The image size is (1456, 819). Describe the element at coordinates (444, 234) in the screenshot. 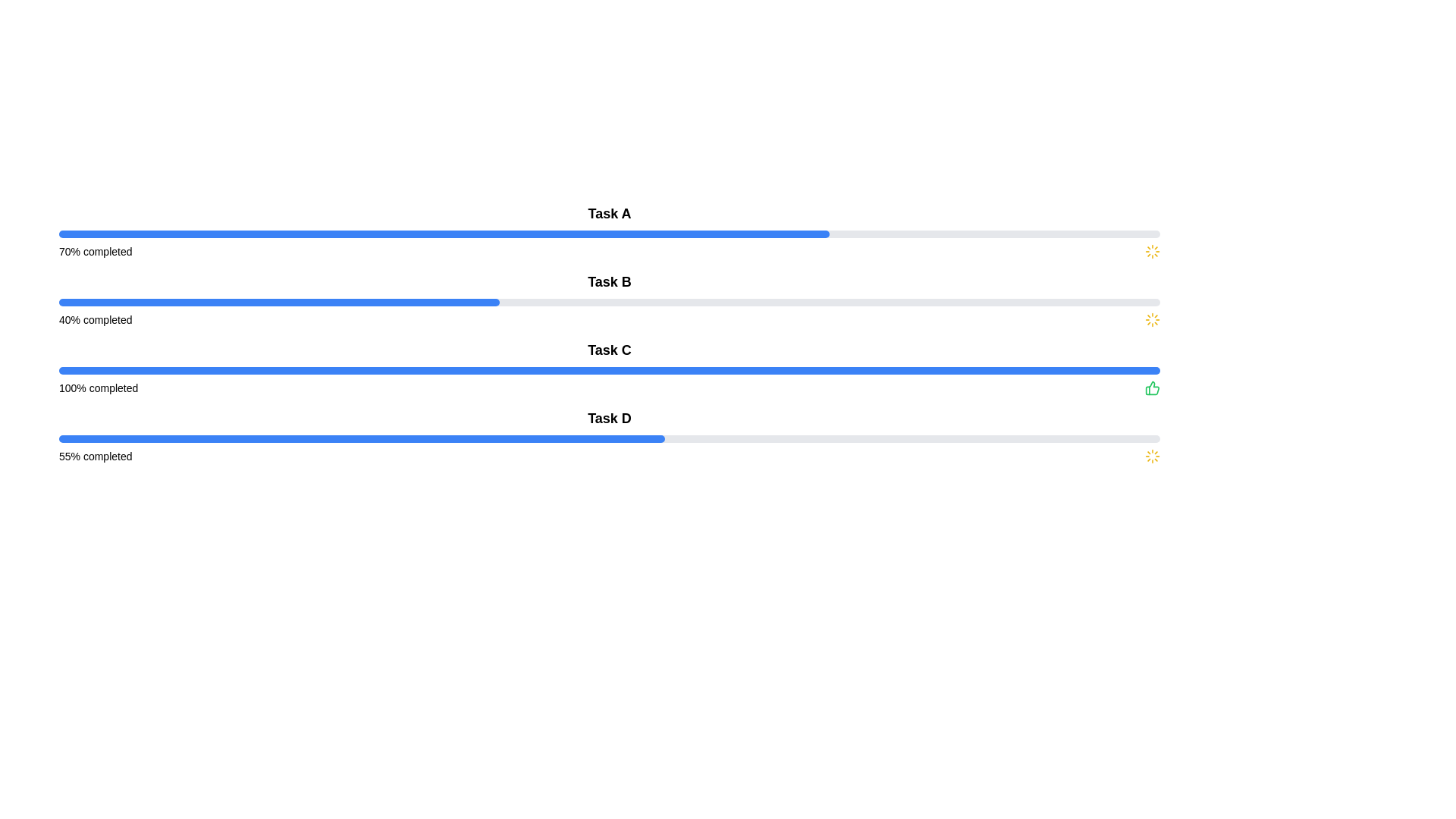

I see `the progress bar indicating 70% completion of 'Task A' located near the top of the interface` at that location.